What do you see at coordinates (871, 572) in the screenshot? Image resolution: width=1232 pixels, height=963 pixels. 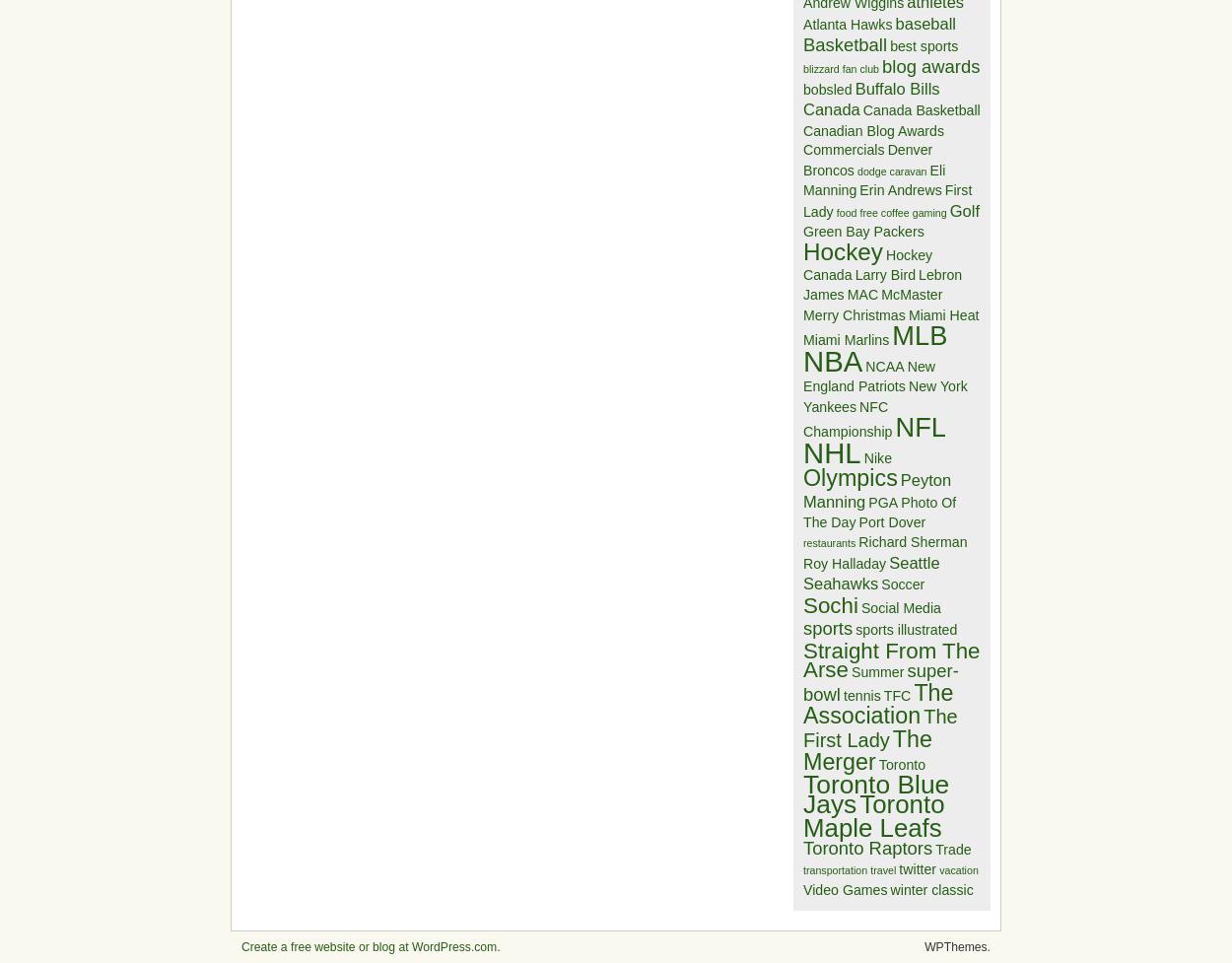 I see `'Seattle Seahawks'` at bounding box center [871, 572].